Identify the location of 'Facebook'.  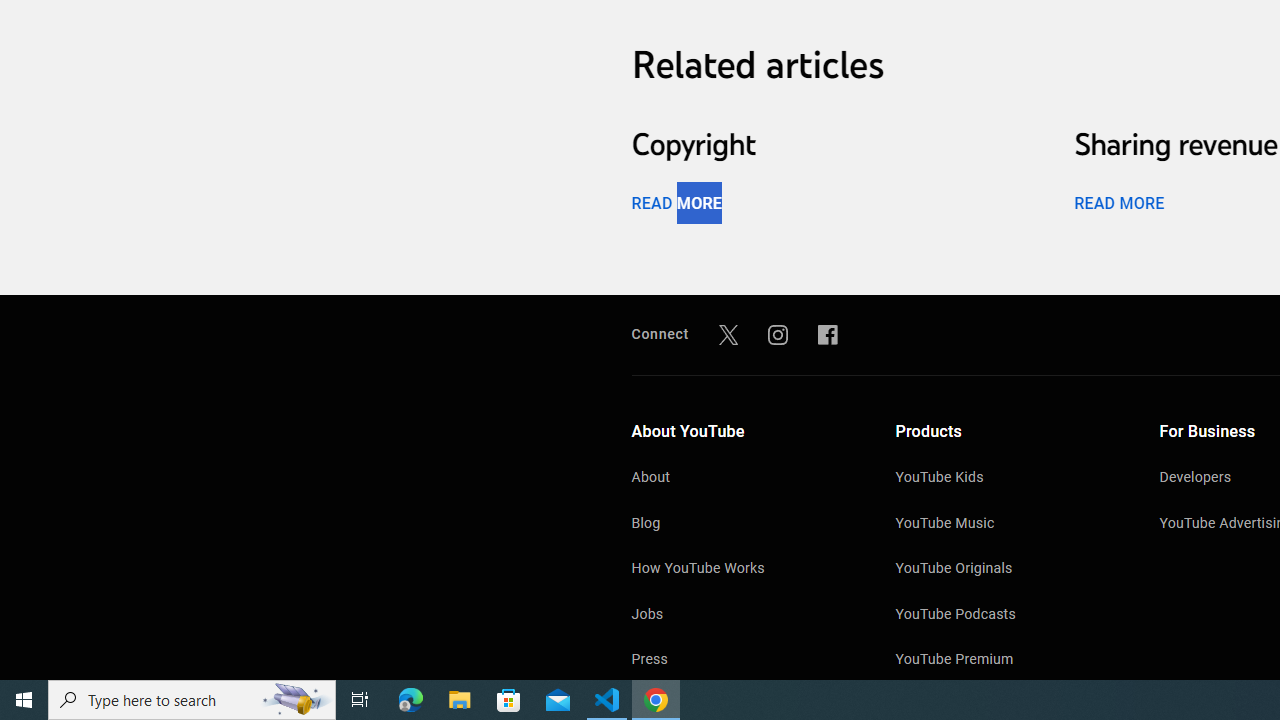
(828, 333).